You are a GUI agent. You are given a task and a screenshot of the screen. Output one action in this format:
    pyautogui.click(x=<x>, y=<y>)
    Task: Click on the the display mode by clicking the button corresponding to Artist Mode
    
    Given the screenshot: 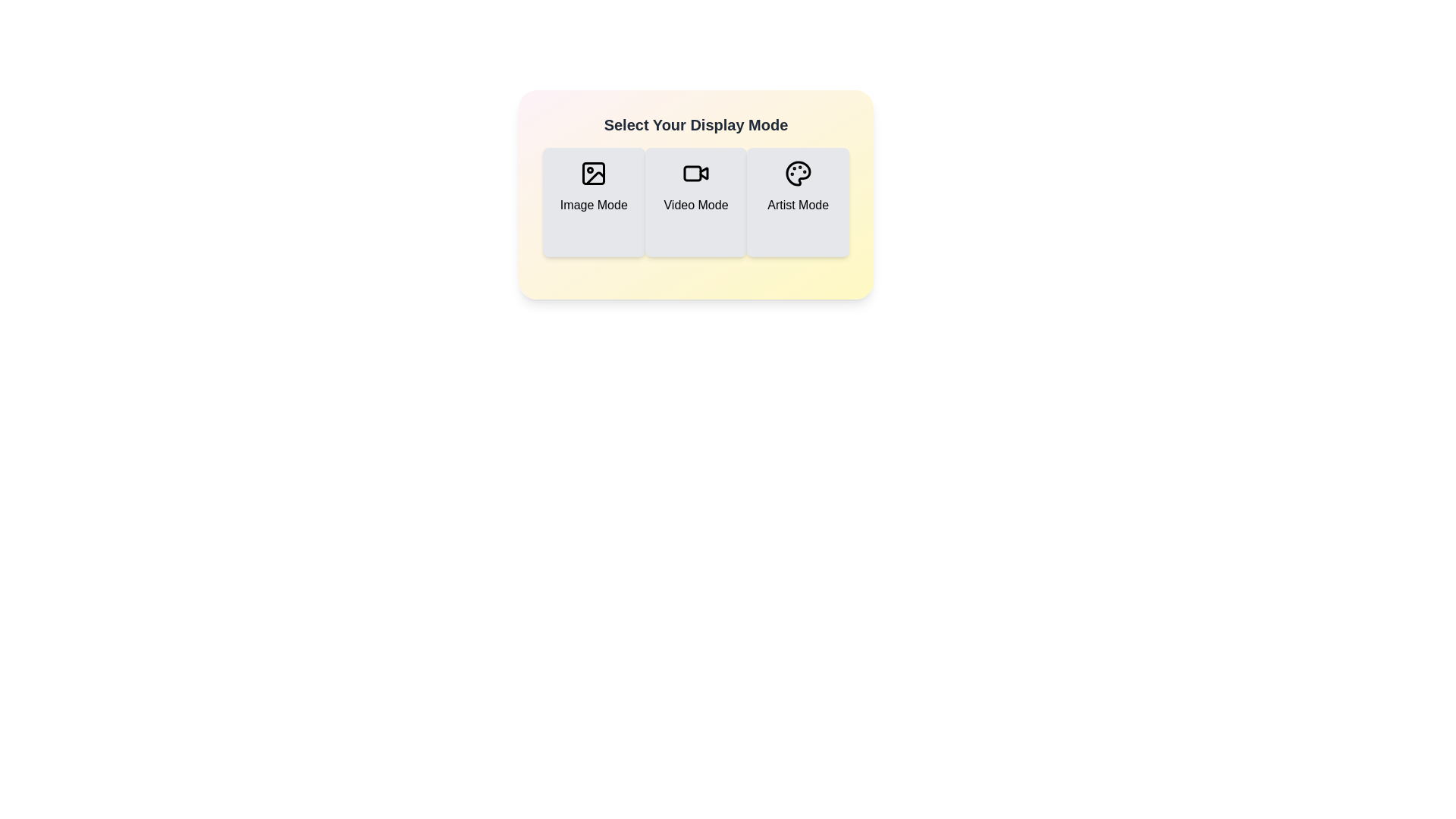 What is the action you would take?
    pyautogui.click(x=797, y=201)
    